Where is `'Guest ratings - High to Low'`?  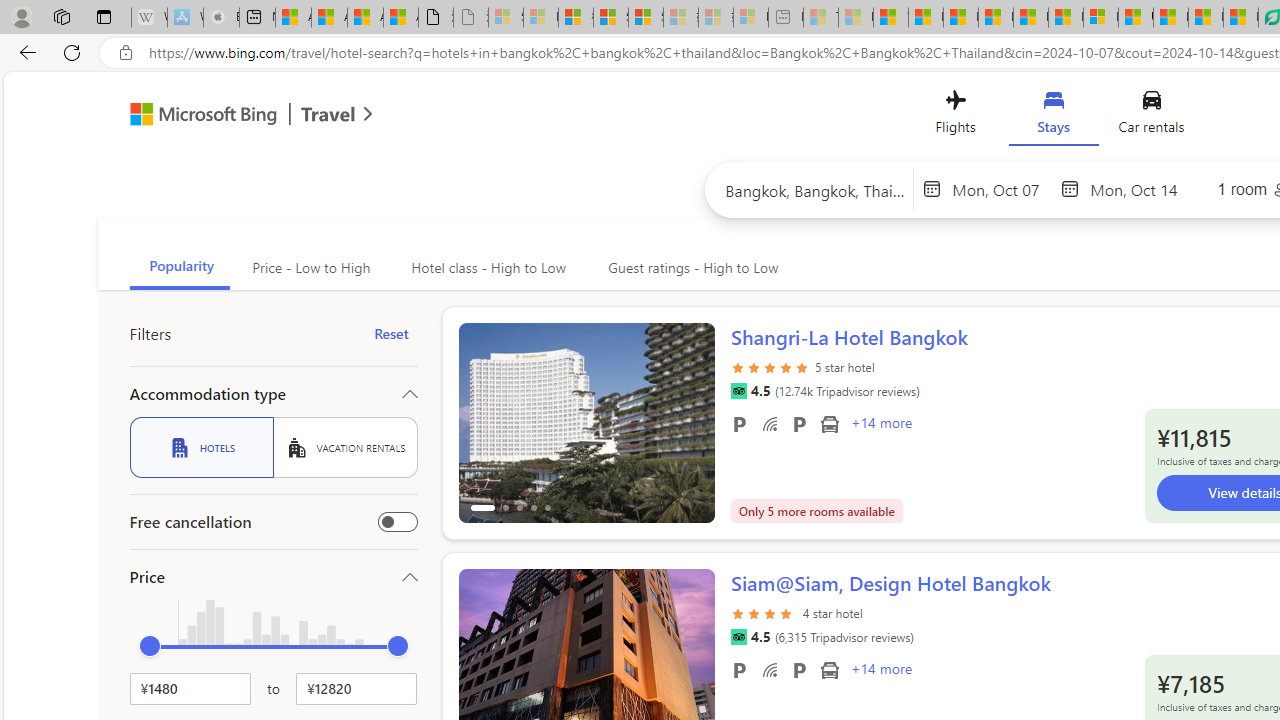 'Guest ratings - High to Low' is located at coordinates (690, 267).